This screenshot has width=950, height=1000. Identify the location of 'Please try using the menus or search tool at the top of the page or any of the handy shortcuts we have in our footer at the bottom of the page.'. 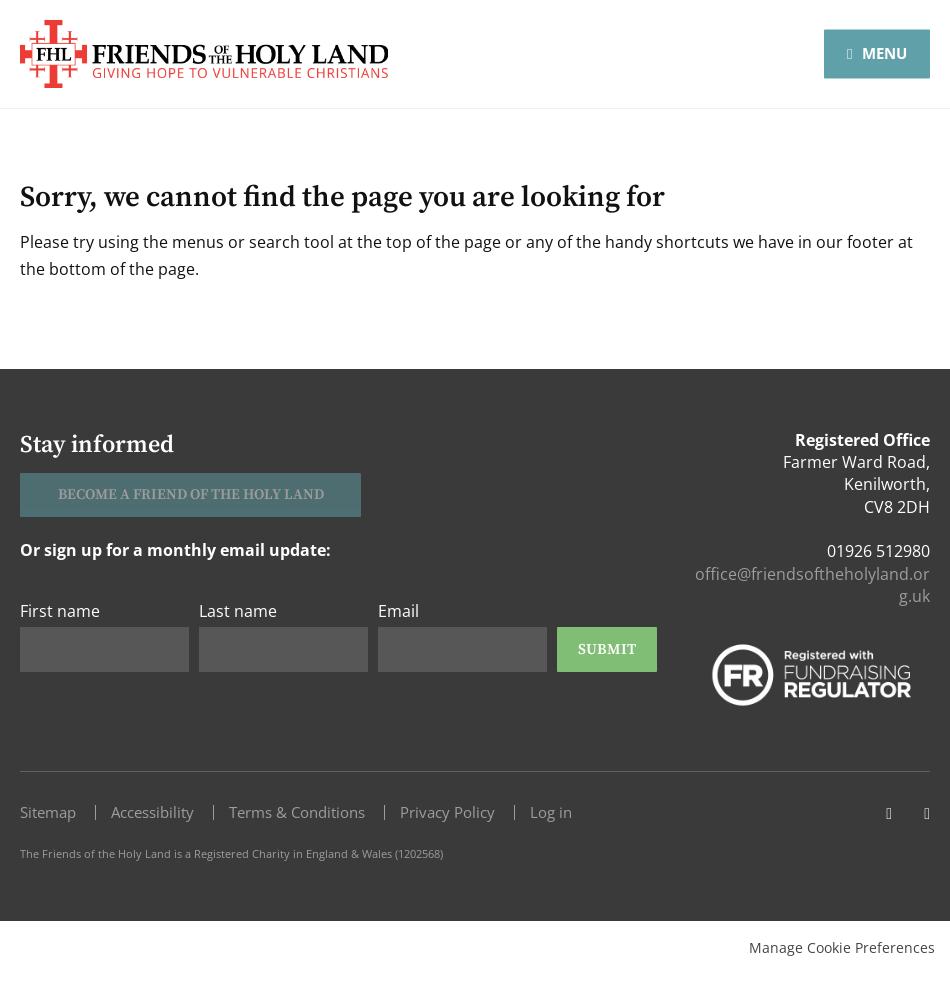
(465, 255).